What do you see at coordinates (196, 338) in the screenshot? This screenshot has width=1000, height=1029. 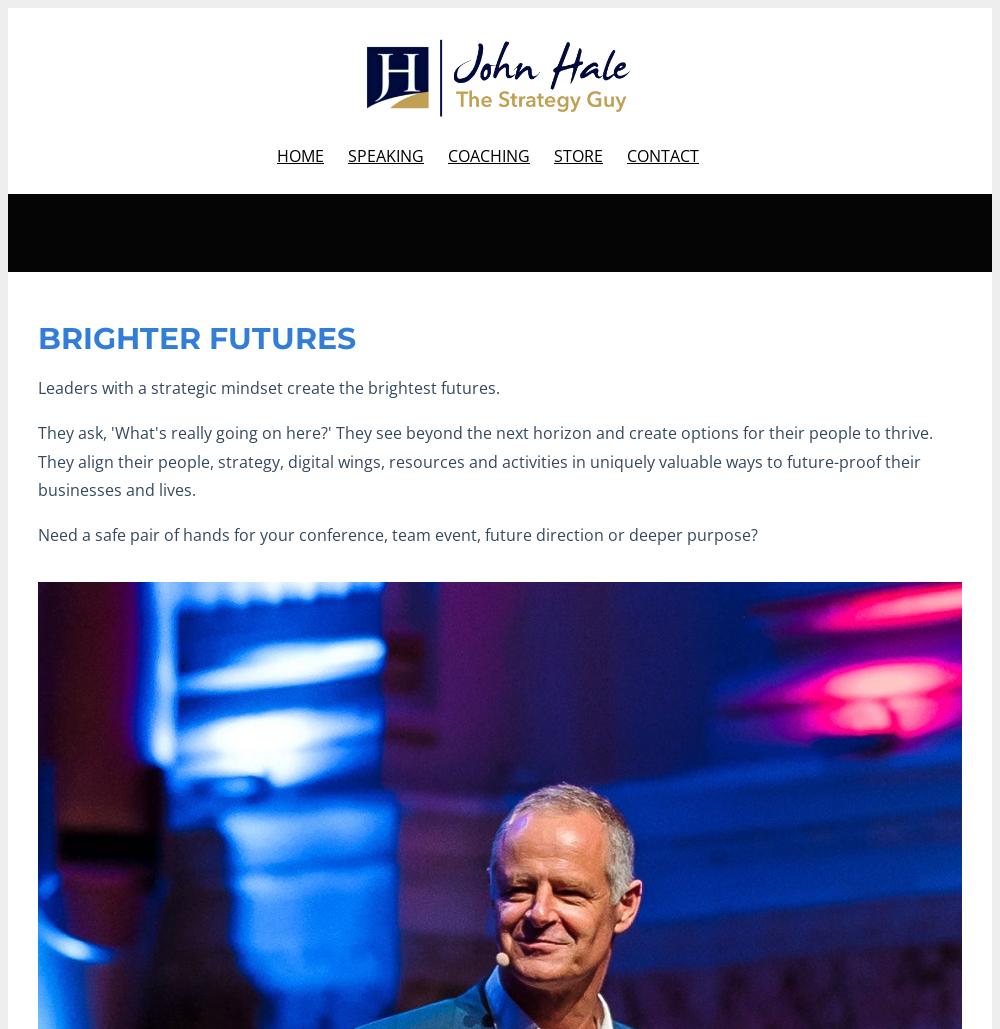 I see `'BRIGHTER FUTURES'` at bounding box center [196, 338].